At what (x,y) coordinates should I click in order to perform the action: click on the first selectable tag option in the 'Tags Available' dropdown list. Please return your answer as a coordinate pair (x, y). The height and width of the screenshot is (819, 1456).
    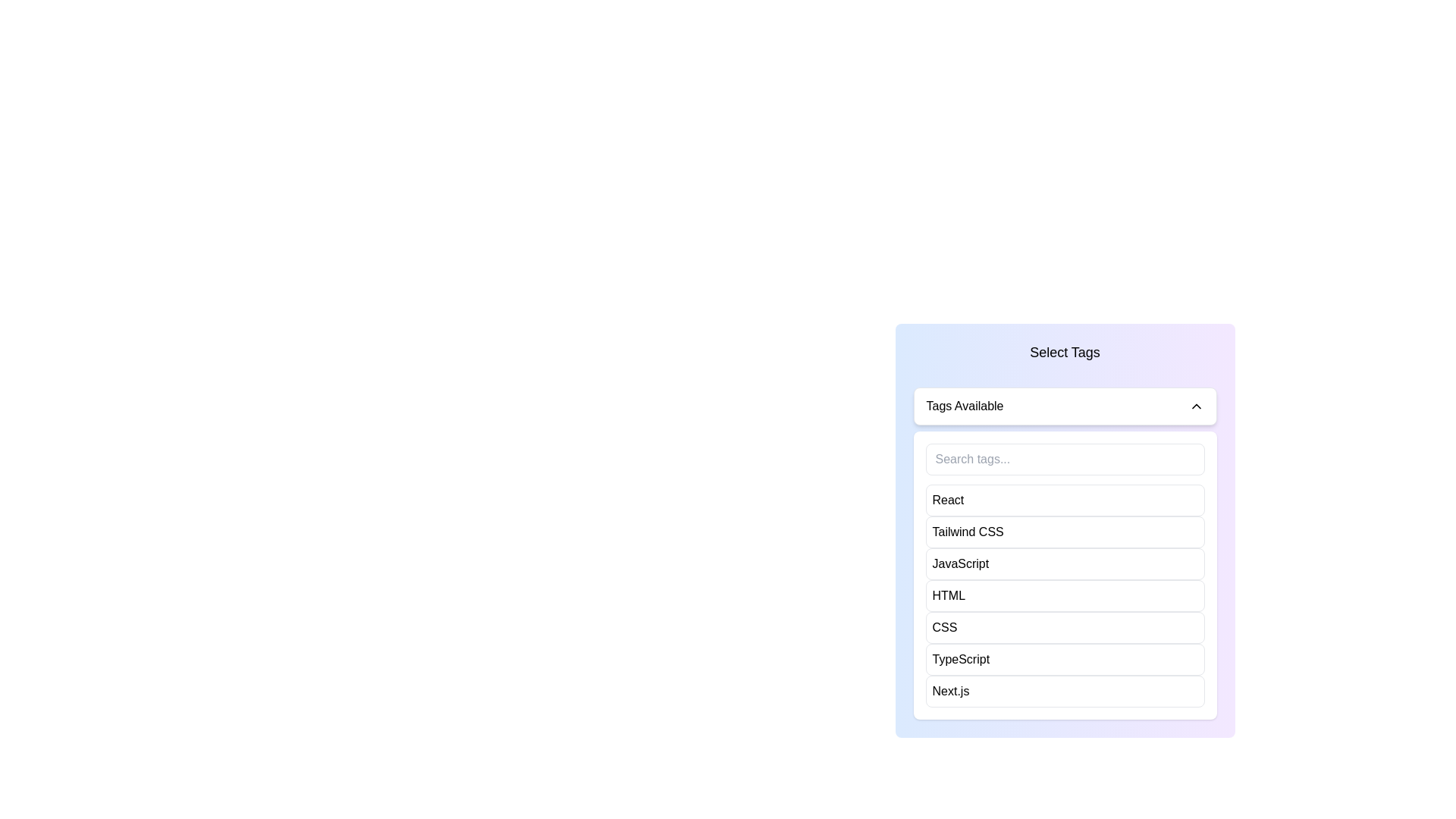
    Looking at the image, I should click on (946, 500).